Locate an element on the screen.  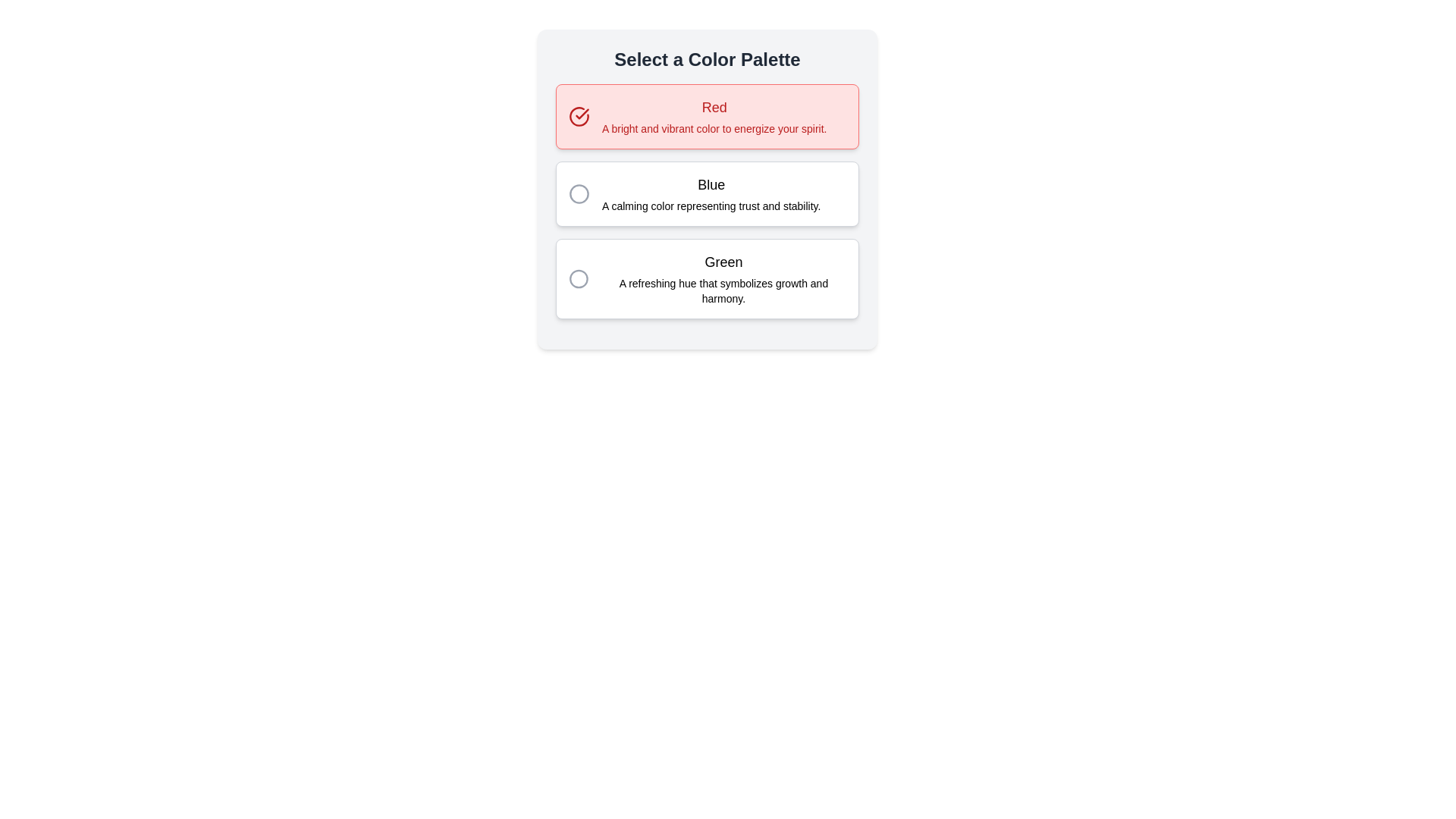
informative text located underneath the title 'Blue' in the second option of the vertical selection menu is located at coordinates (711, 206).